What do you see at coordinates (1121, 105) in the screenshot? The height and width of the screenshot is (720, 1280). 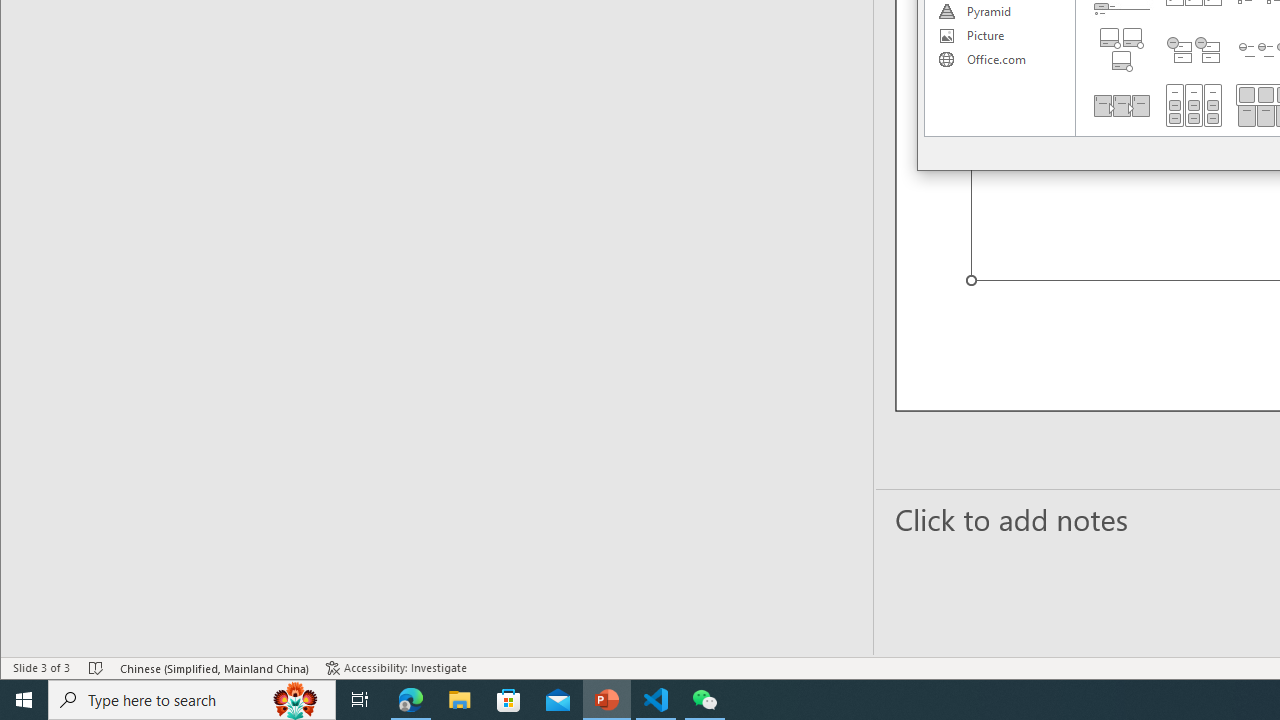 I see `'Detailed Process'` at bounding box center [1121, 105].